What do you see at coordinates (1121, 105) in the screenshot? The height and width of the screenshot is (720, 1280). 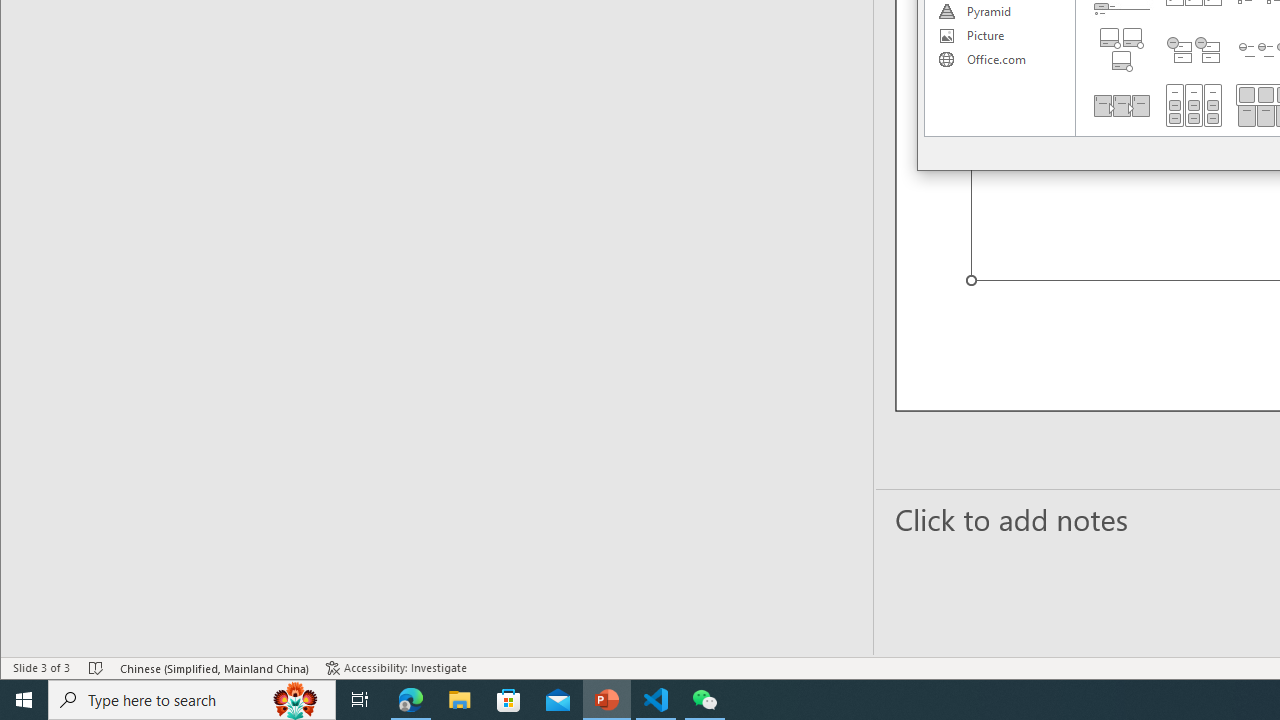 I see `'Detailed Process'` at bounding box center [1121, 105].